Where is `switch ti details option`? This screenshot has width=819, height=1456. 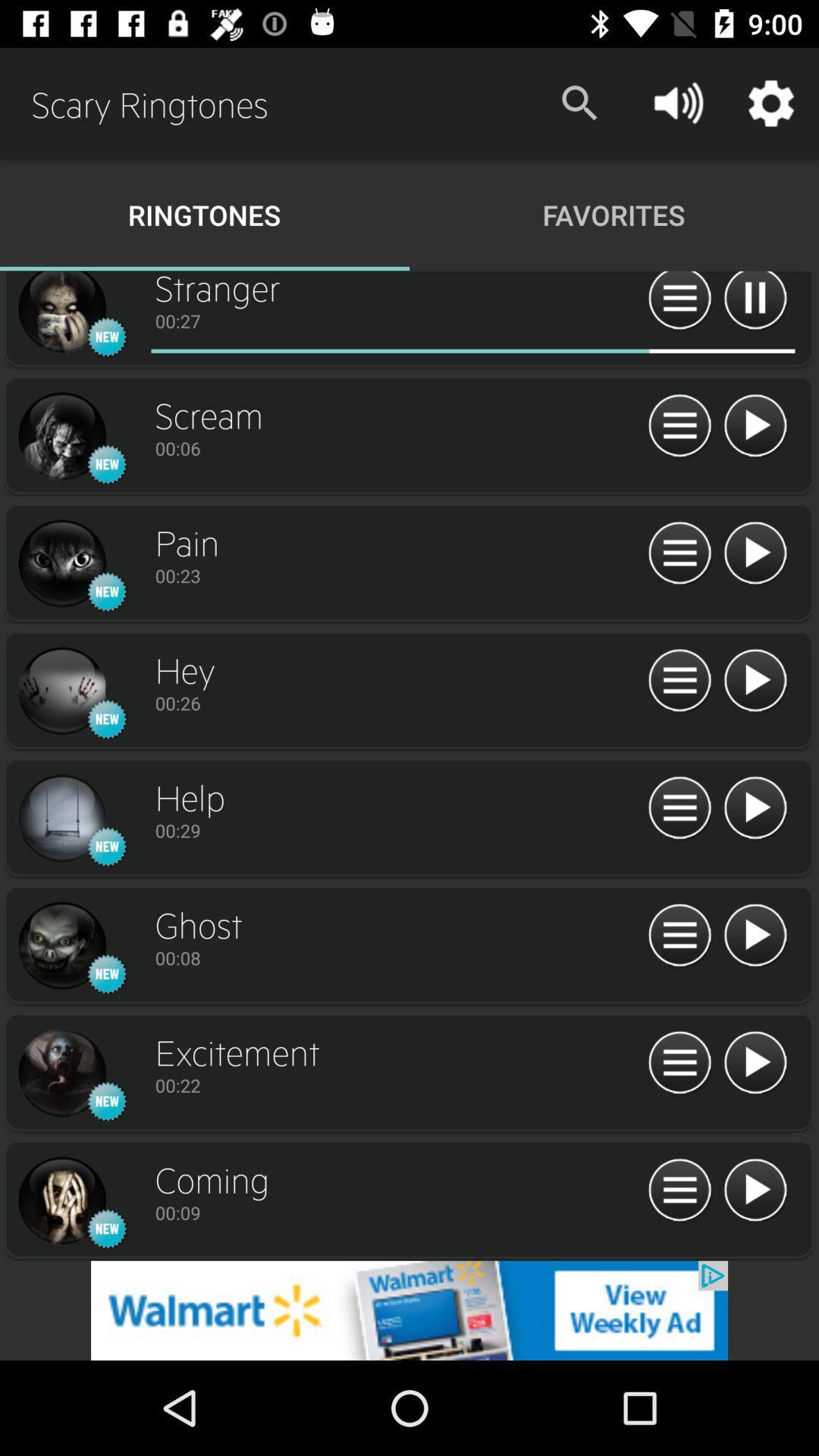
switch ti details option is located at coordinates (679, 935).